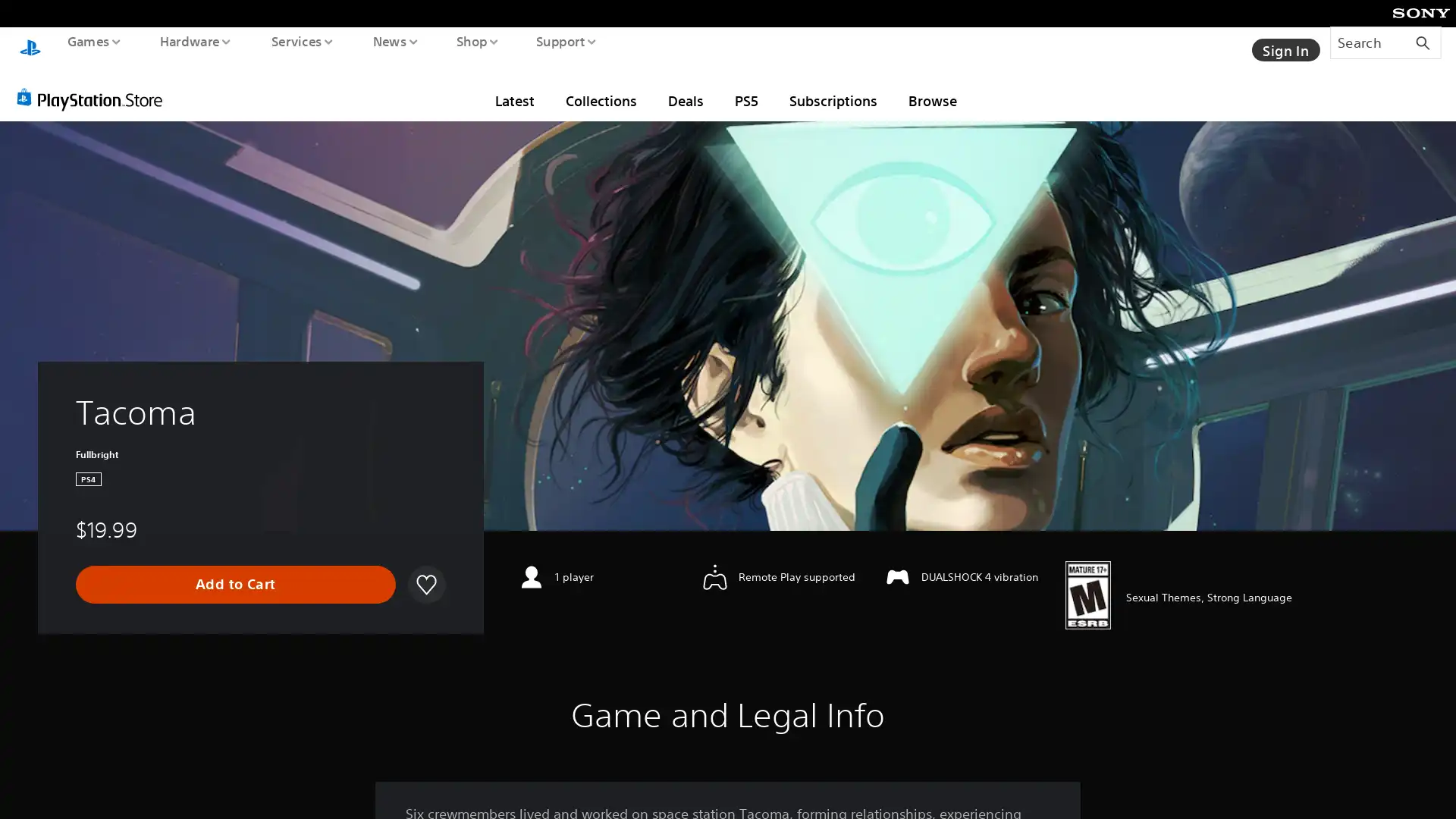 This screenshot has height=819, width=1456. I want to click on Search, so click(1385, 42).